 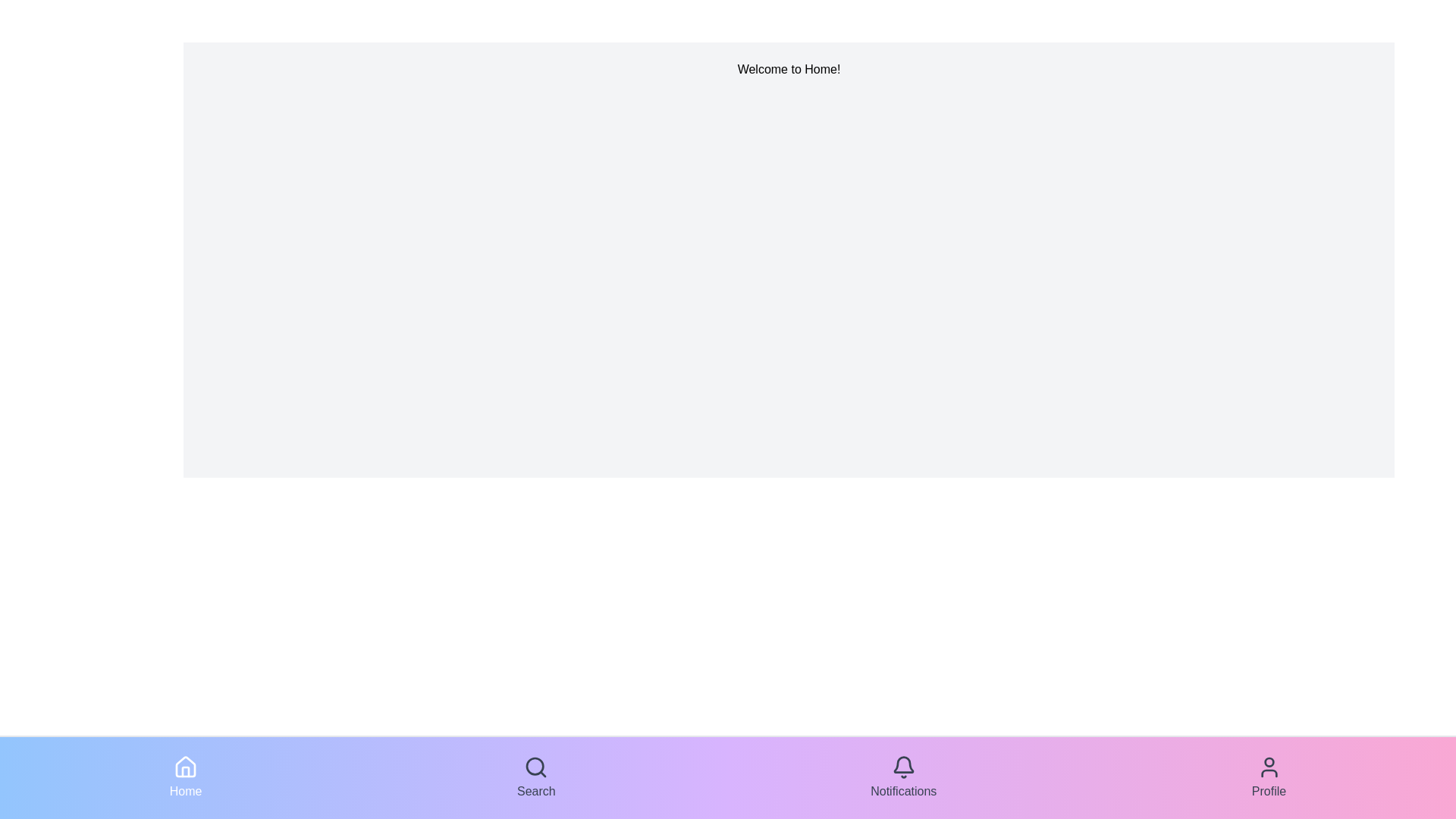 I want to click on the graphical decorative element located at the upper region of the profile icon, which is the rightmost icon in the bottom navigation bar, so click(x=1269, y=762).